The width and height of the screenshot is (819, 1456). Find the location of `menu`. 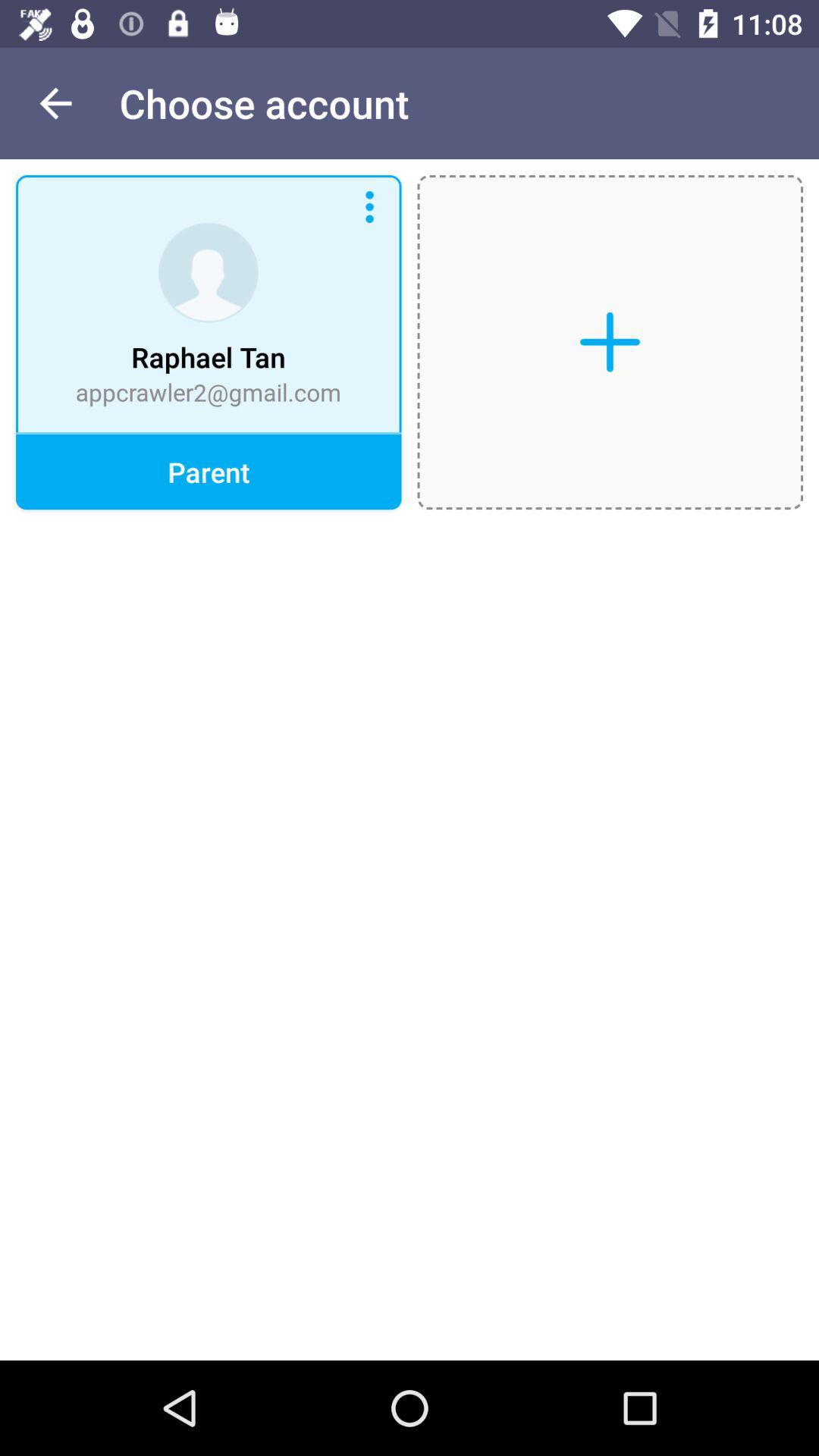

menu is located at coordinates (369, 206).